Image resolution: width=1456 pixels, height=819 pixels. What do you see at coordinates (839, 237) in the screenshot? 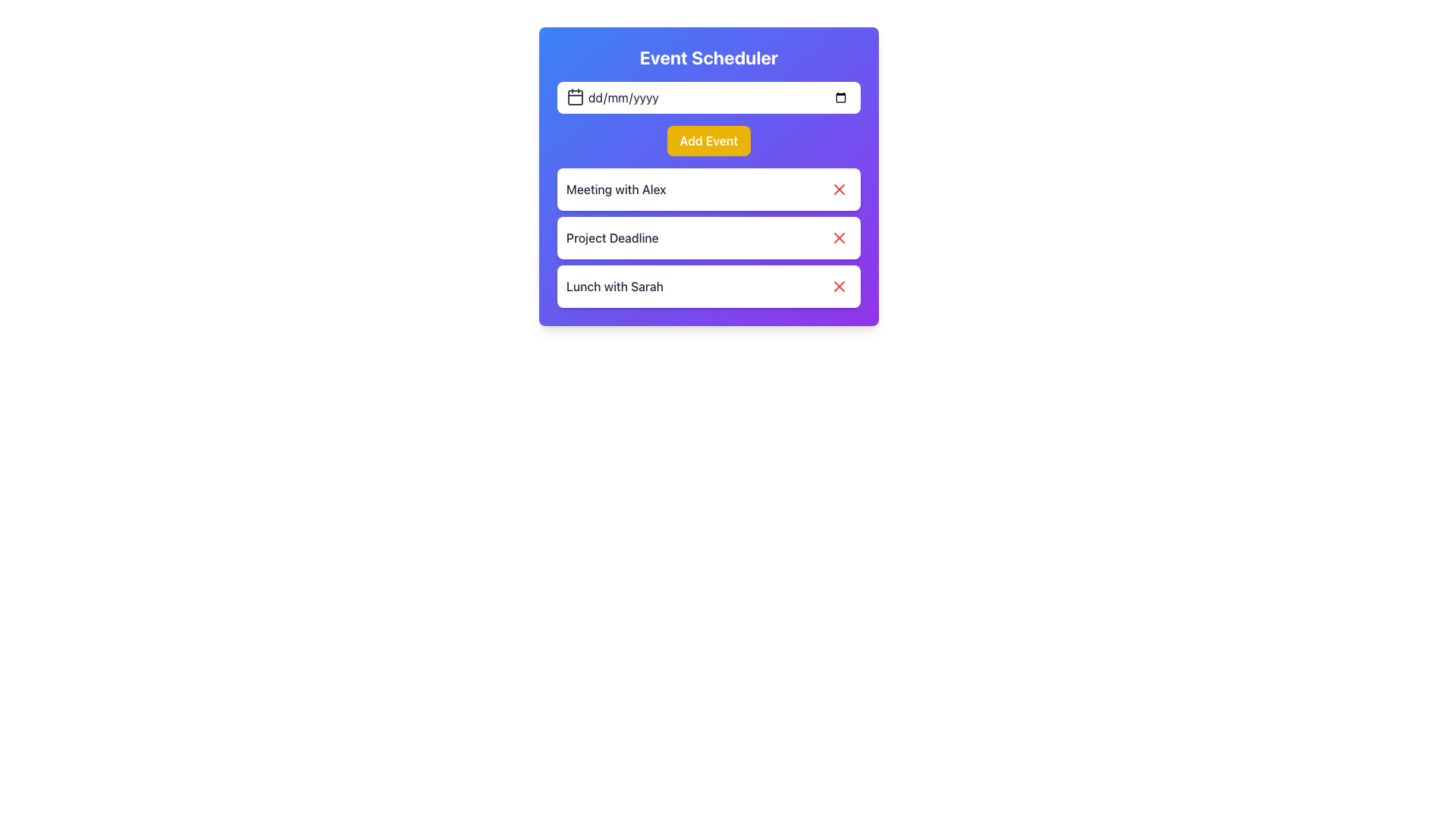
I see `the deletion button located on the rightmost side of the 'Project Deadline' component` at bounding box center [839, 237].